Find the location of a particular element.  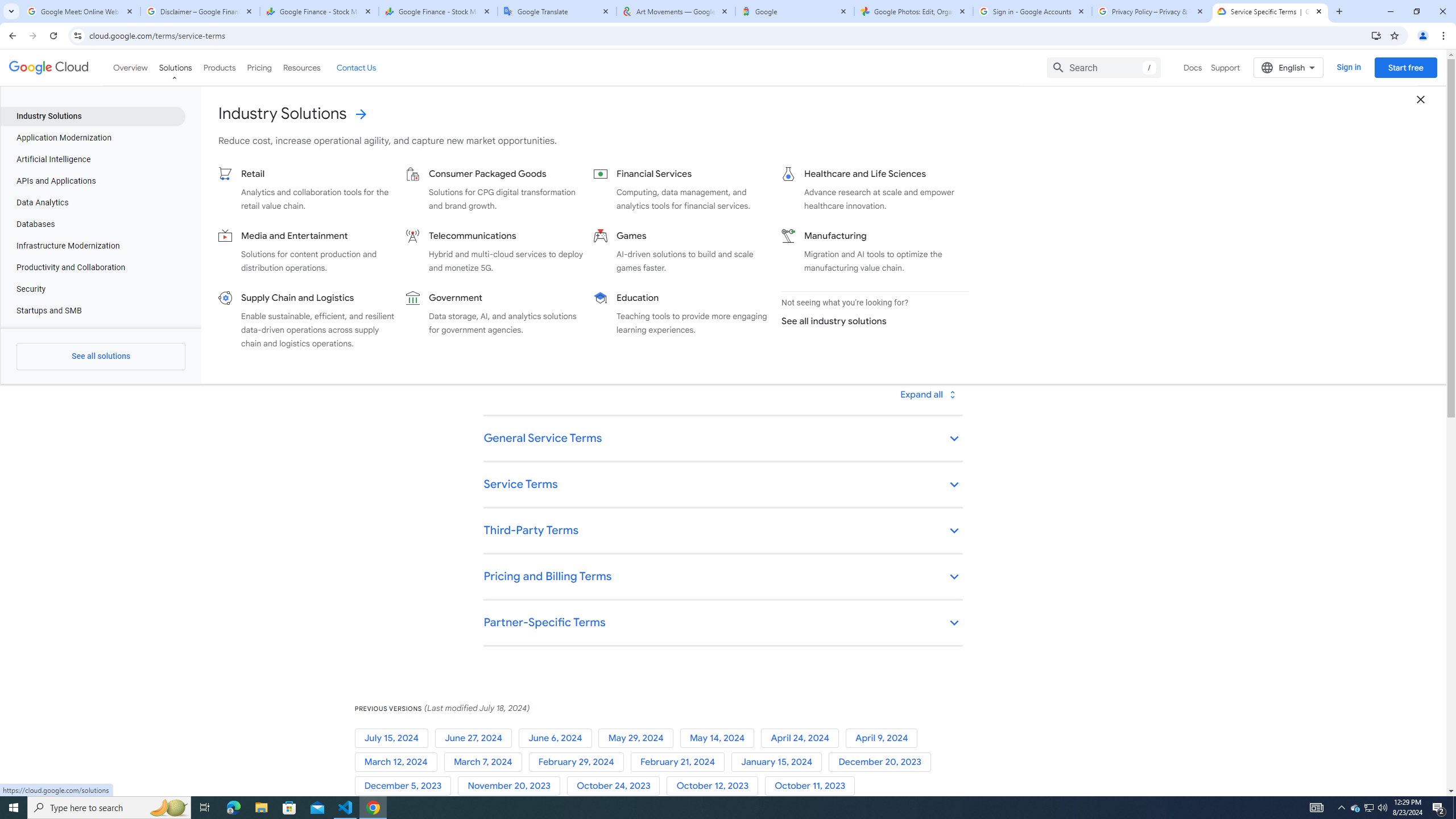

'Startups and SMB' is located at coordinates (92, 311).